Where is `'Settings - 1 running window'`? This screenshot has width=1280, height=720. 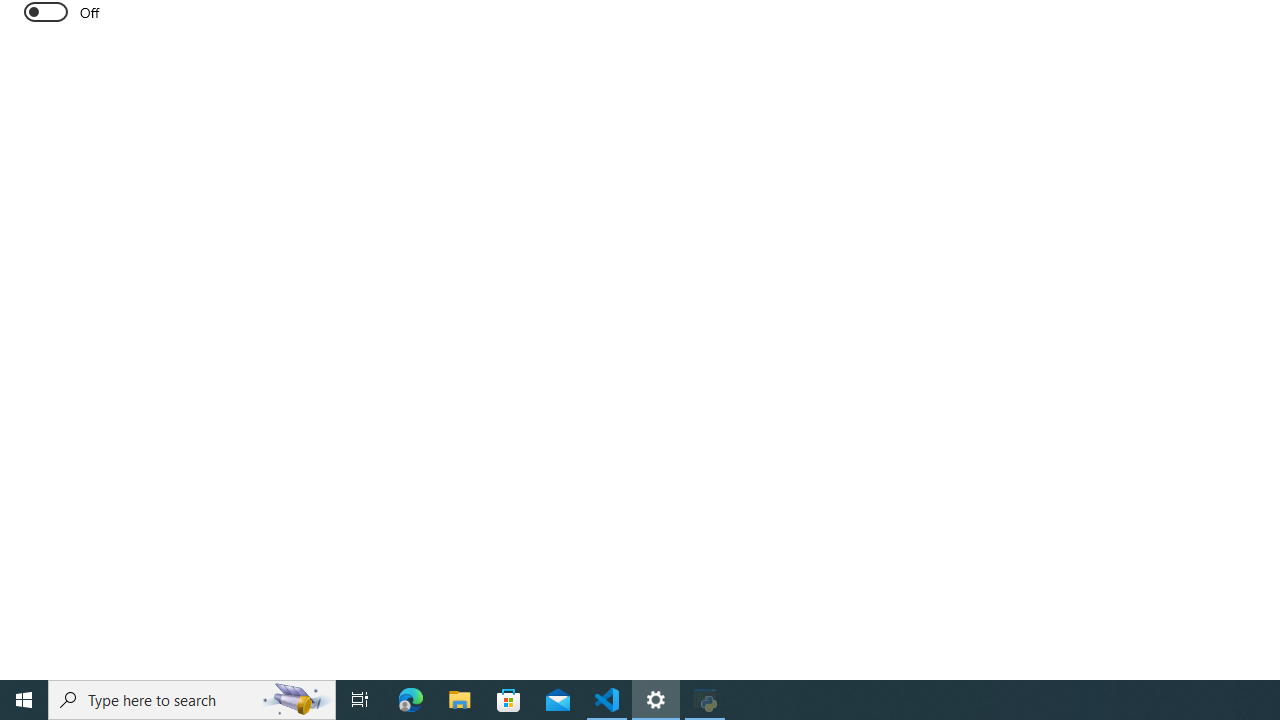 'Settings - 1 running window' is located at coordinates (656, 698).